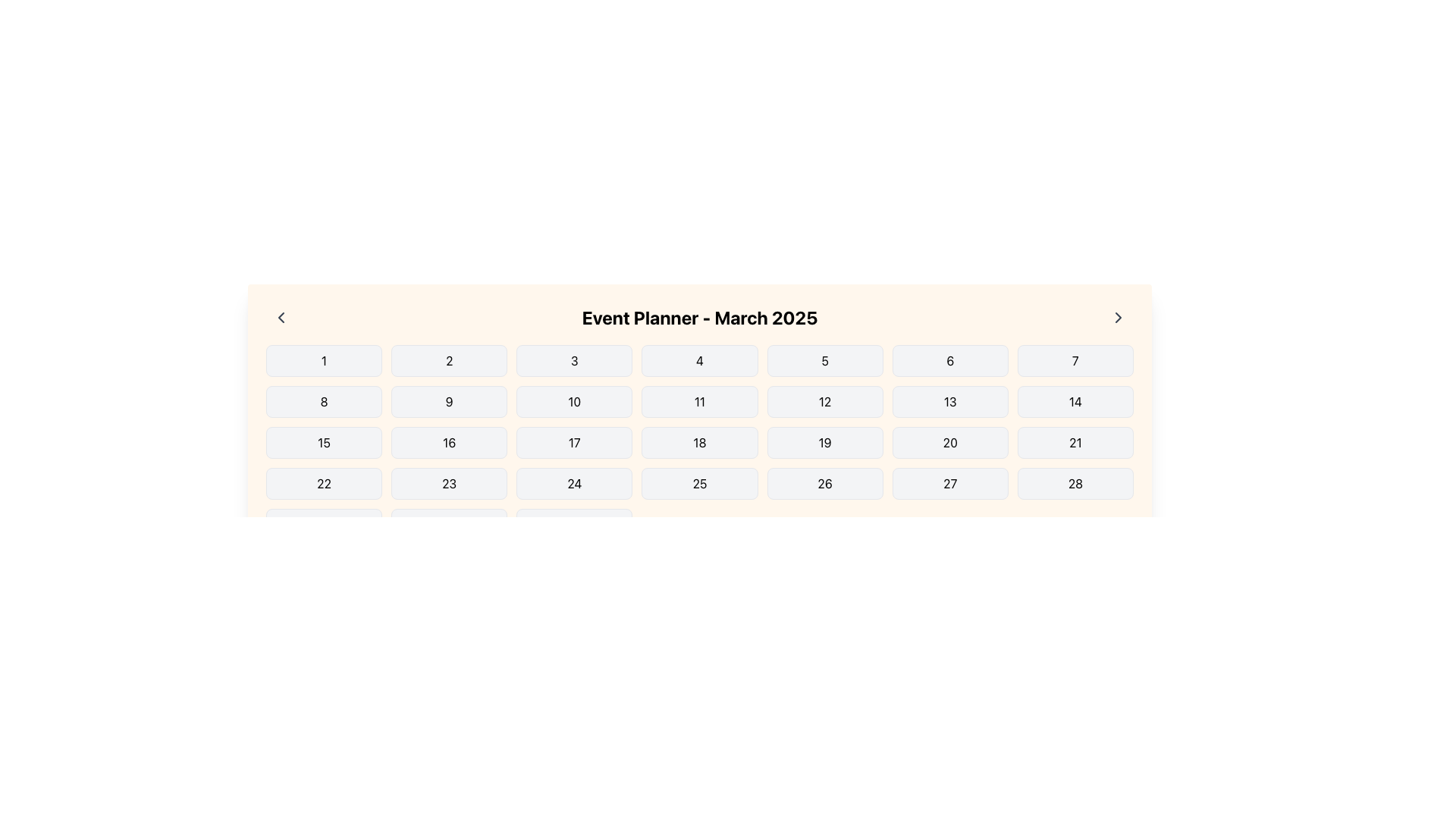 Image resolution: width=1456 pixels, height=819 pixels. Describe the element at coordinates (698, 483) in the screenshot. I see `the rectangular button with a gray background and the number '25' in black text` at that location.